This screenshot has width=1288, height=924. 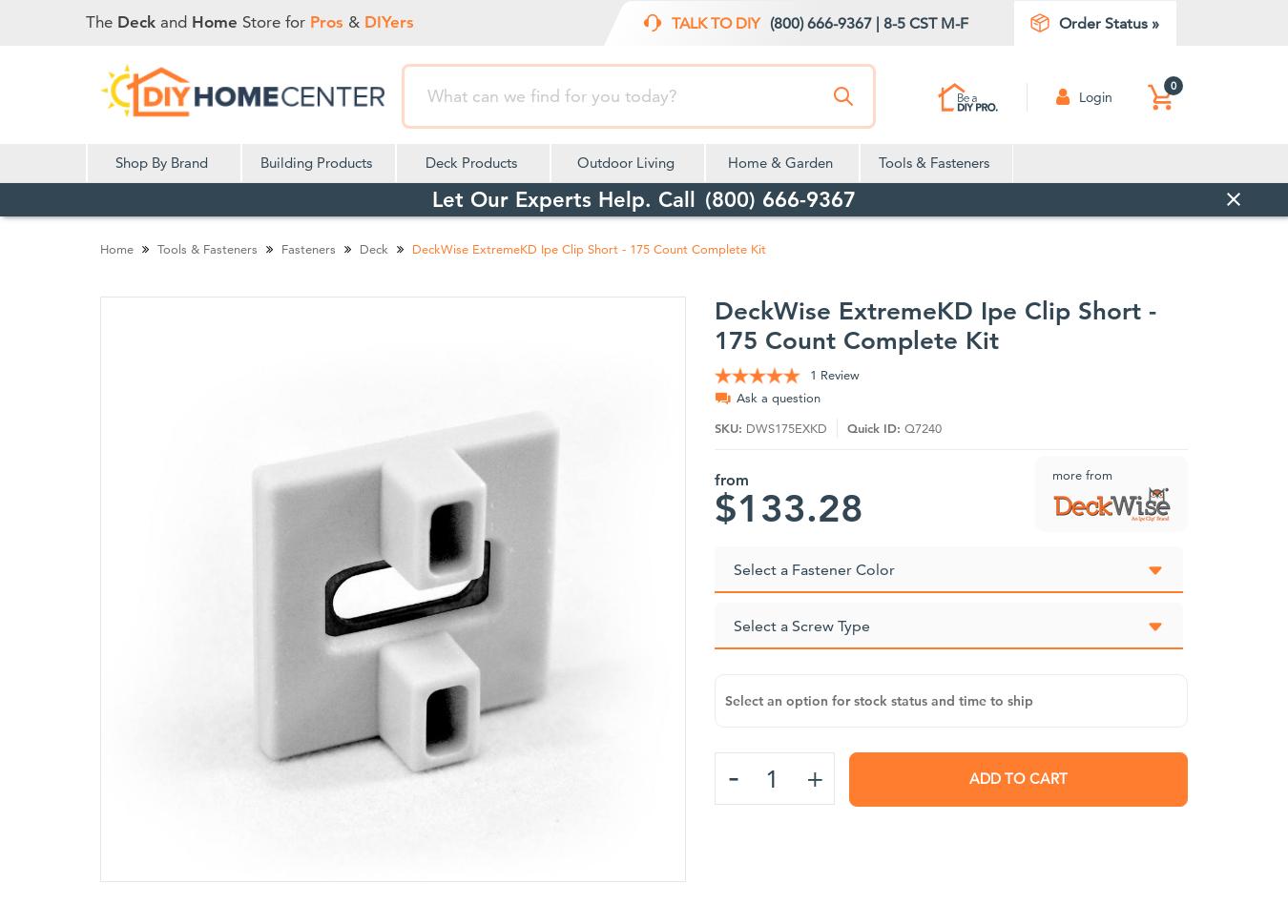 What do you see at coordinates (732, 774) in the screenshot?
I see `'-'` at bounding box center [732, 774].